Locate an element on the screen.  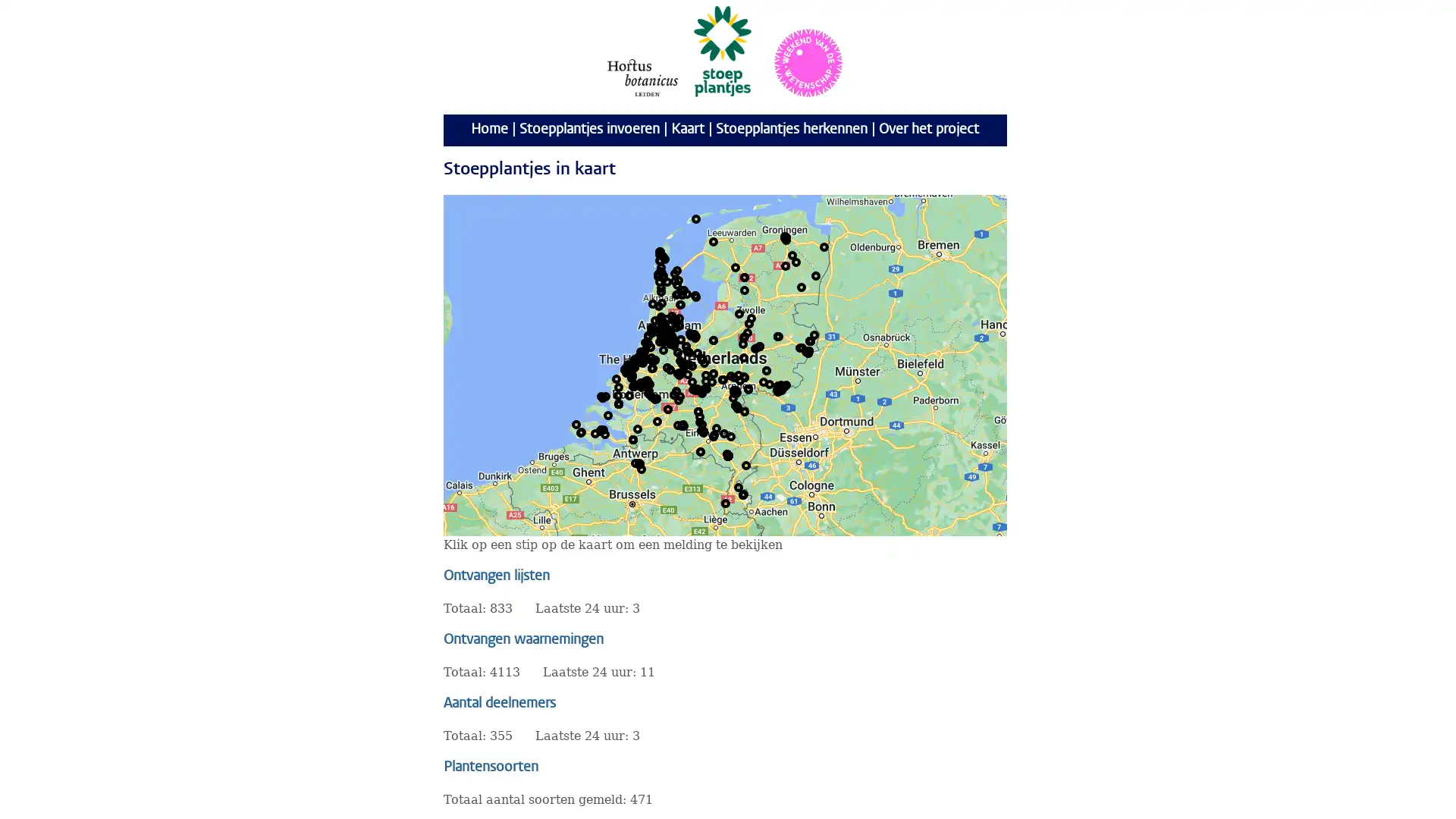
Telling van Tusnelda op 19 oktober 2021 is located at coordinates (769, 382).